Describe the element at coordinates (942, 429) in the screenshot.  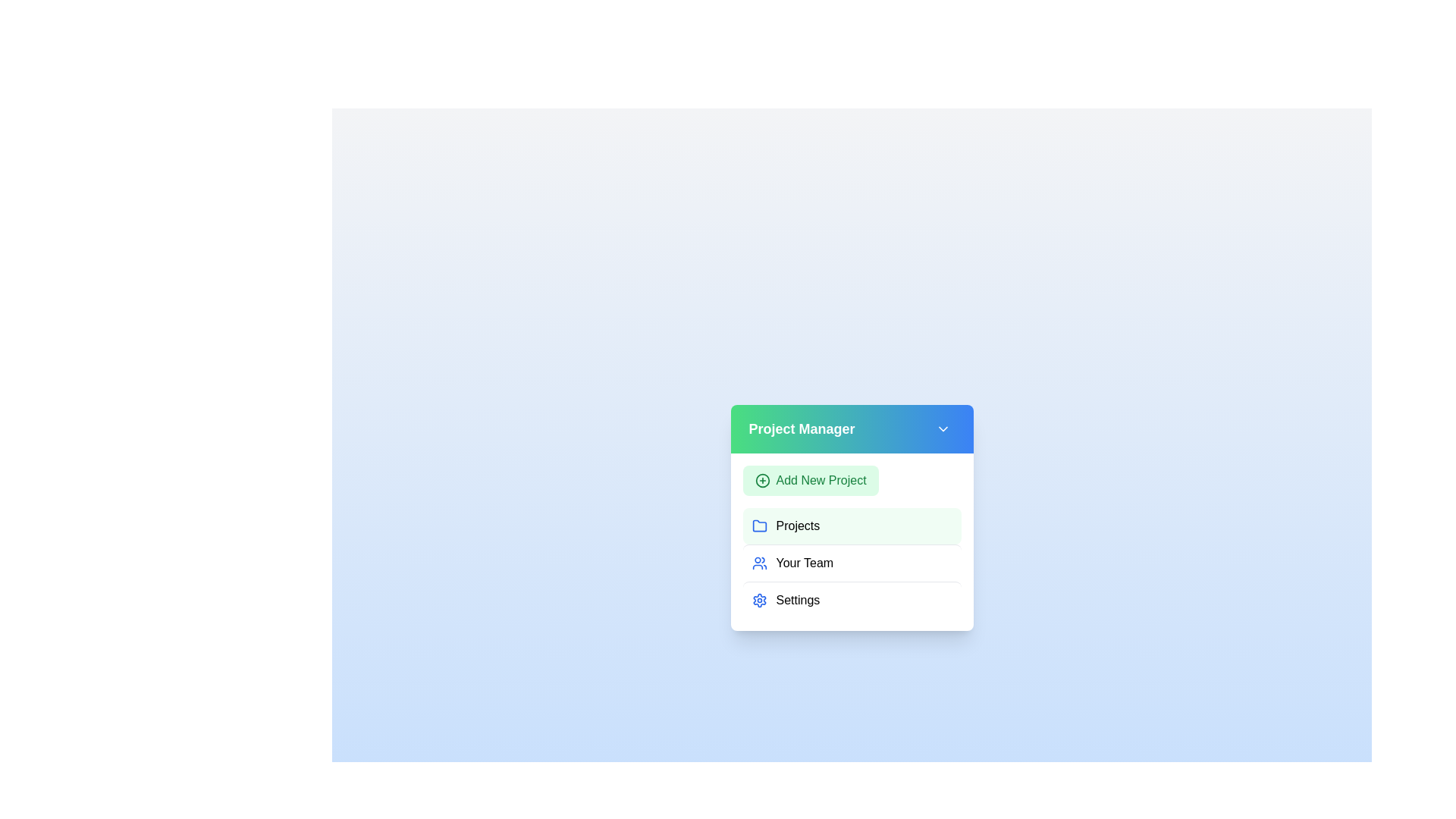
I see `the chevron button to toggle the menu's expanded state` at that location.